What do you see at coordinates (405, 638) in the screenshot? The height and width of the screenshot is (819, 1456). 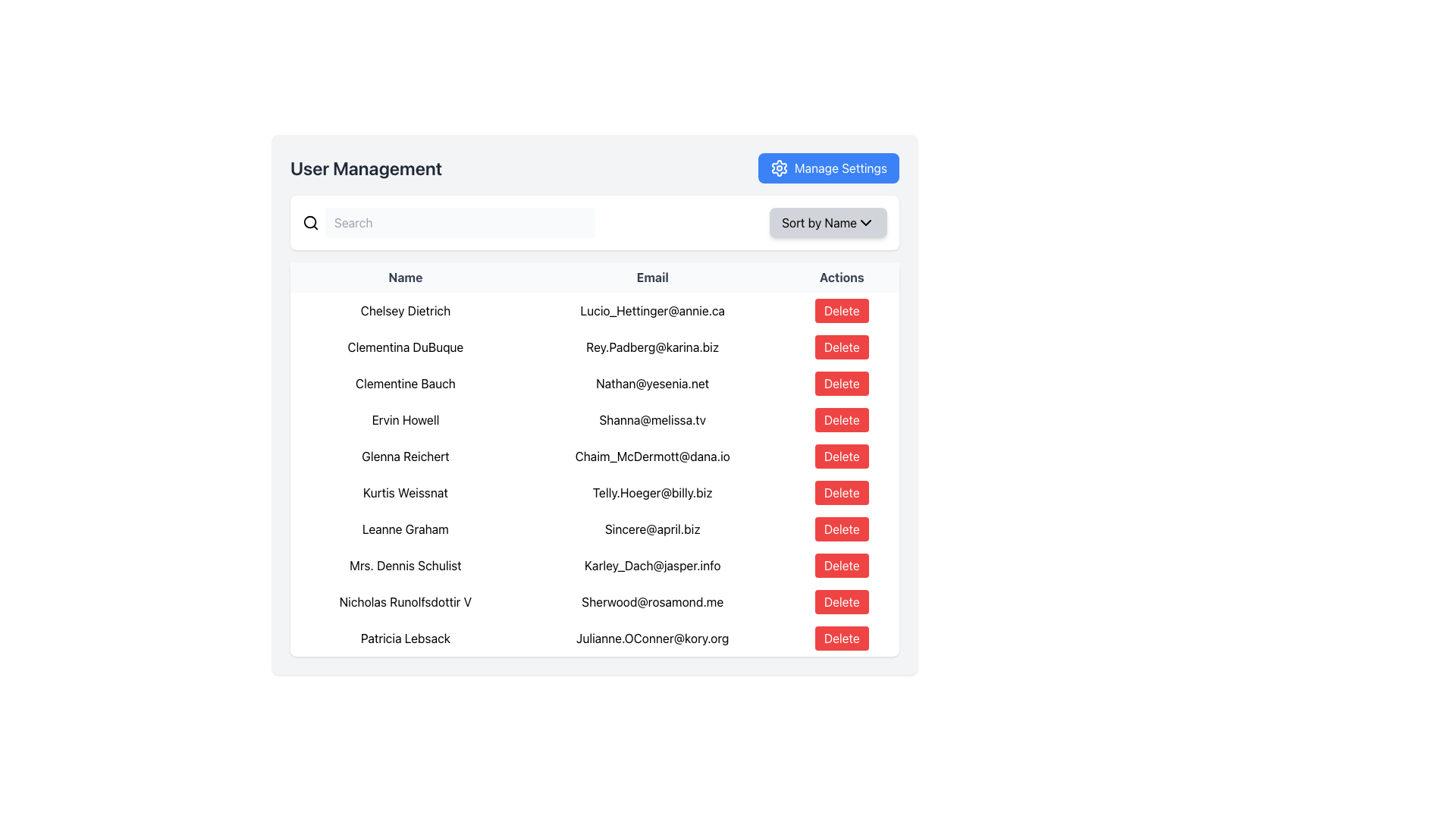 I see `text content of the label displaying the name 'Patricia Lebsack' in the user management interface` at bounding box center [405, 638].